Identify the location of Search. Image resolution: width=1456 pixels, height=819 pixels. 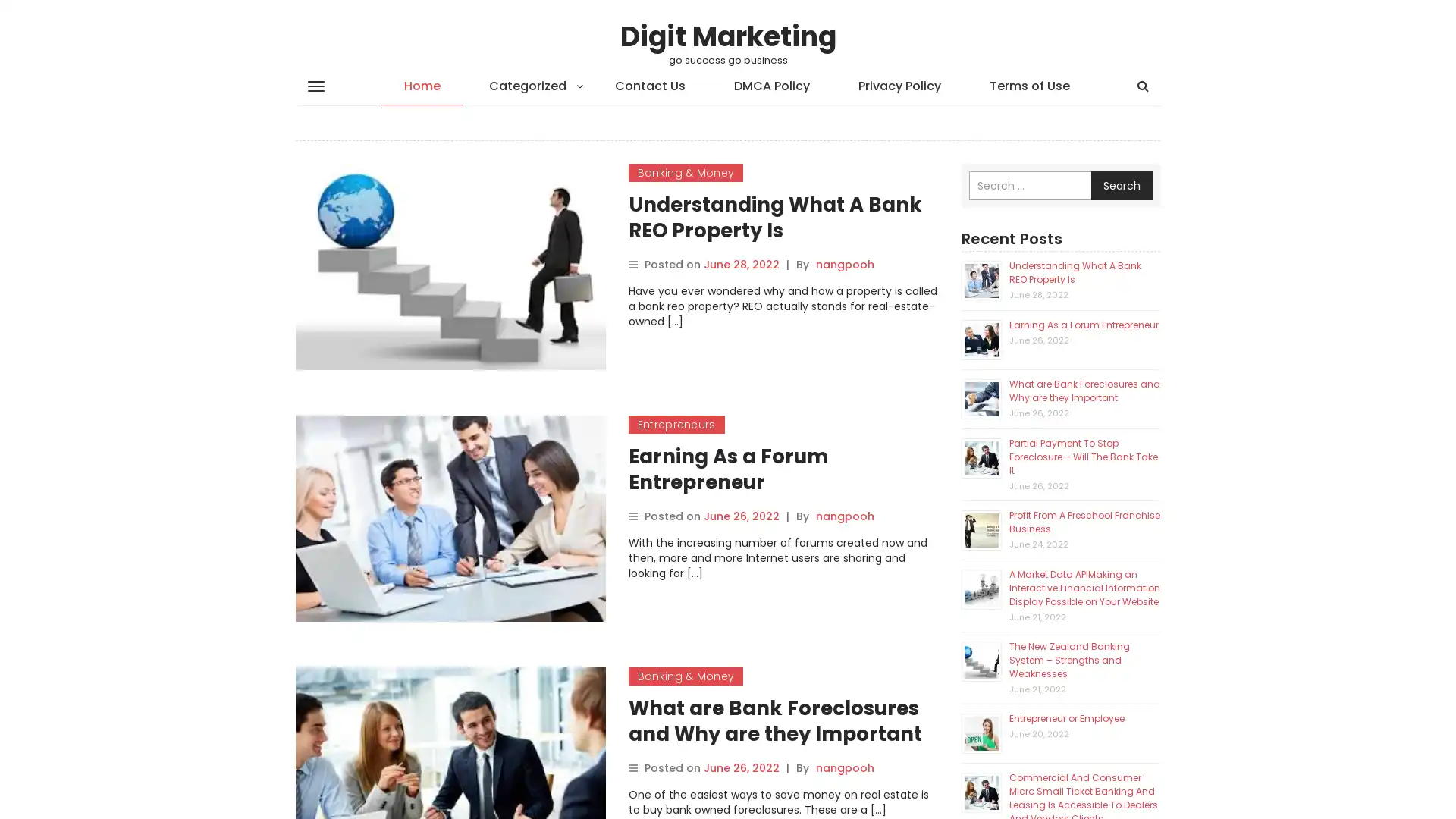
(1122, 185).